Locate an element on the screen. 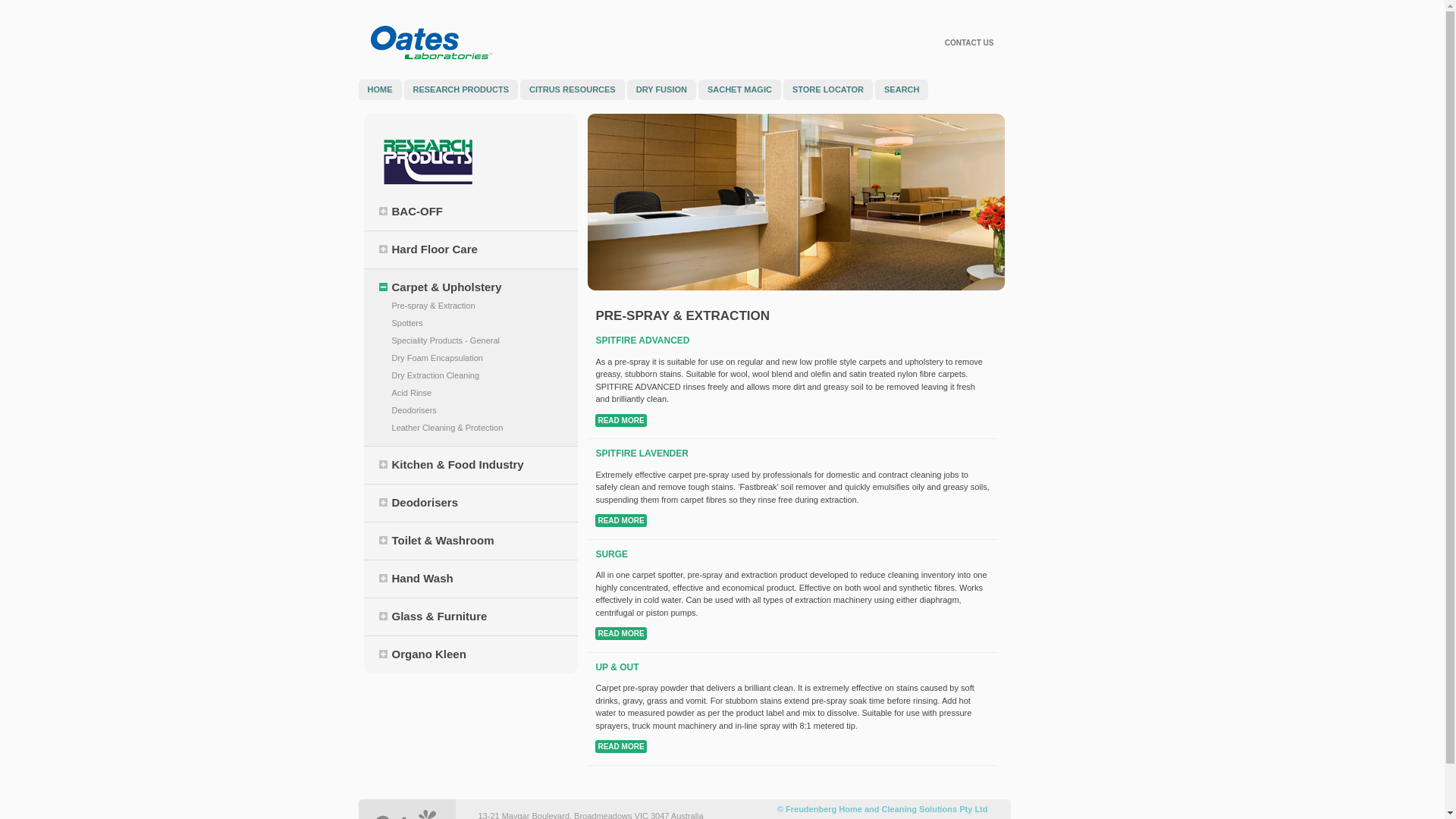  'Glass & Furniture' is located at coordinates (432, 616).